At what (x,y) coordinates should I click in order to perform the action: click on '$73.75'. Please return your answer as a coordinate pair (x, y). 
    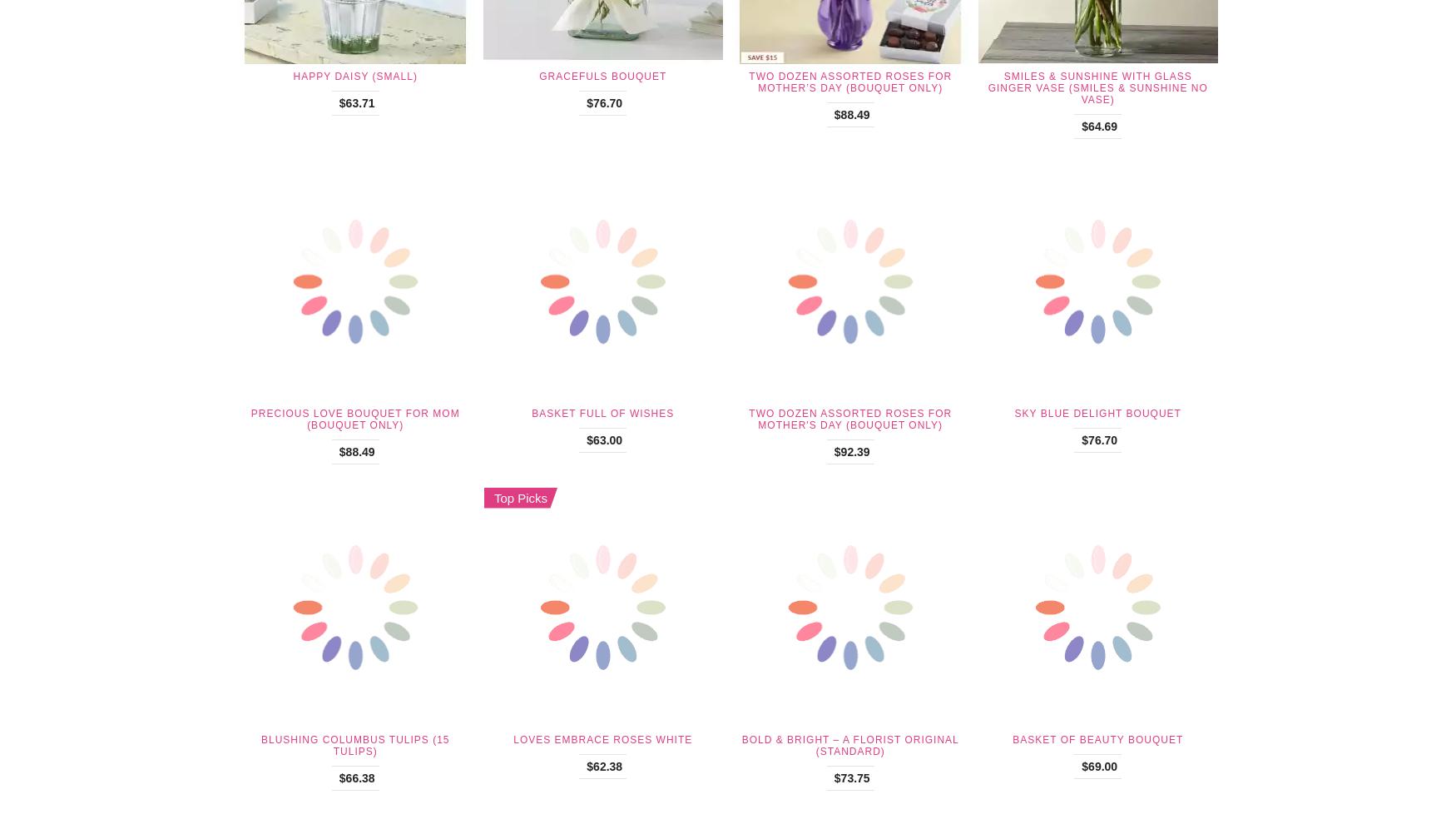
    Looking at the image, I should click on (850, 776).